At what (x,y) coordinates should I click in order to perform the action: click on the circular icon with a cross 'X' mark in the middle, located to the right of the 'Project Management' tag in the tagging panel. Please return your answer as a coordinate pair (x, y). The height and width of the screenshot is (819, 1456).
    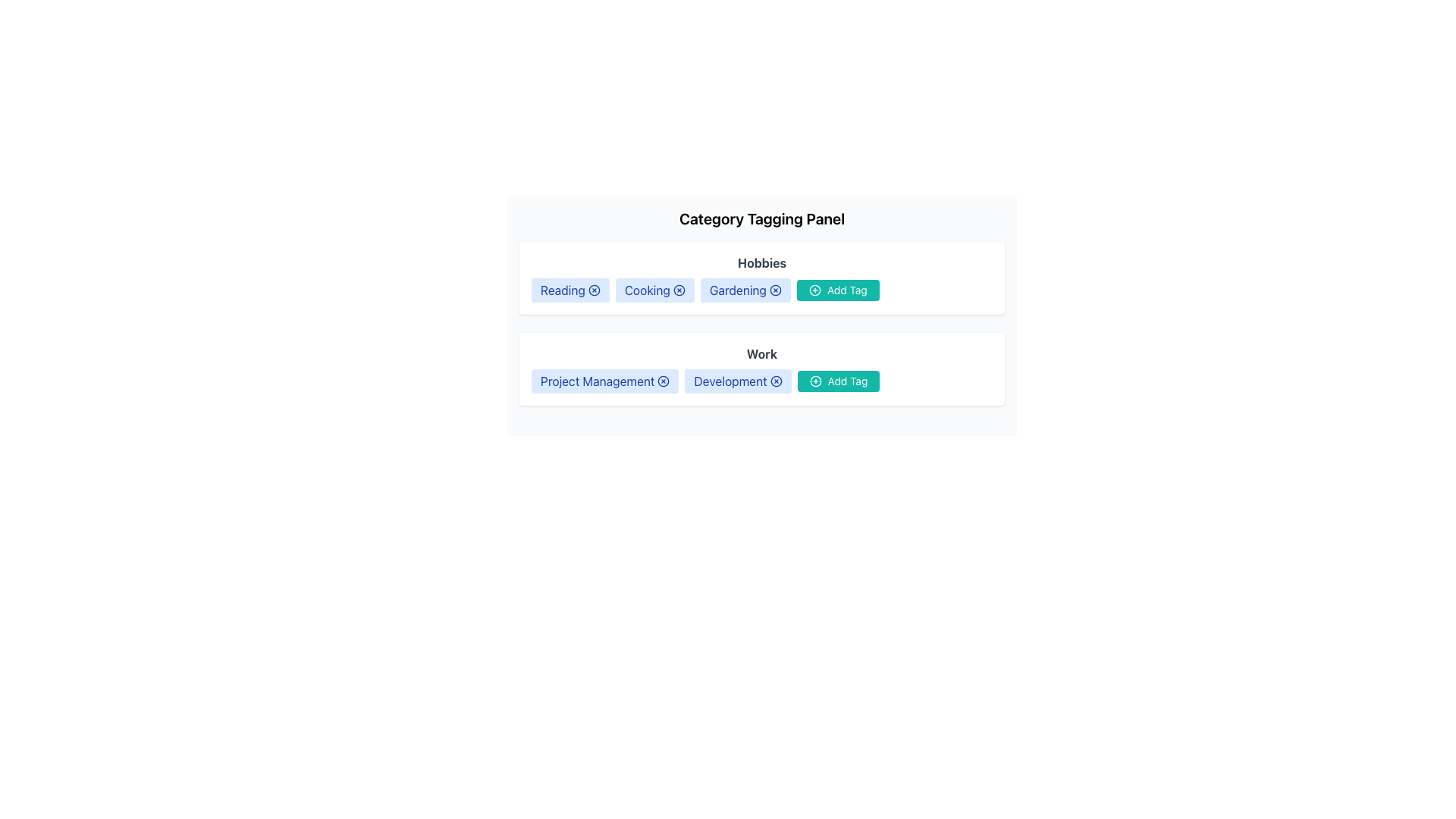
    Looking at the image, I should click on (664, 380).